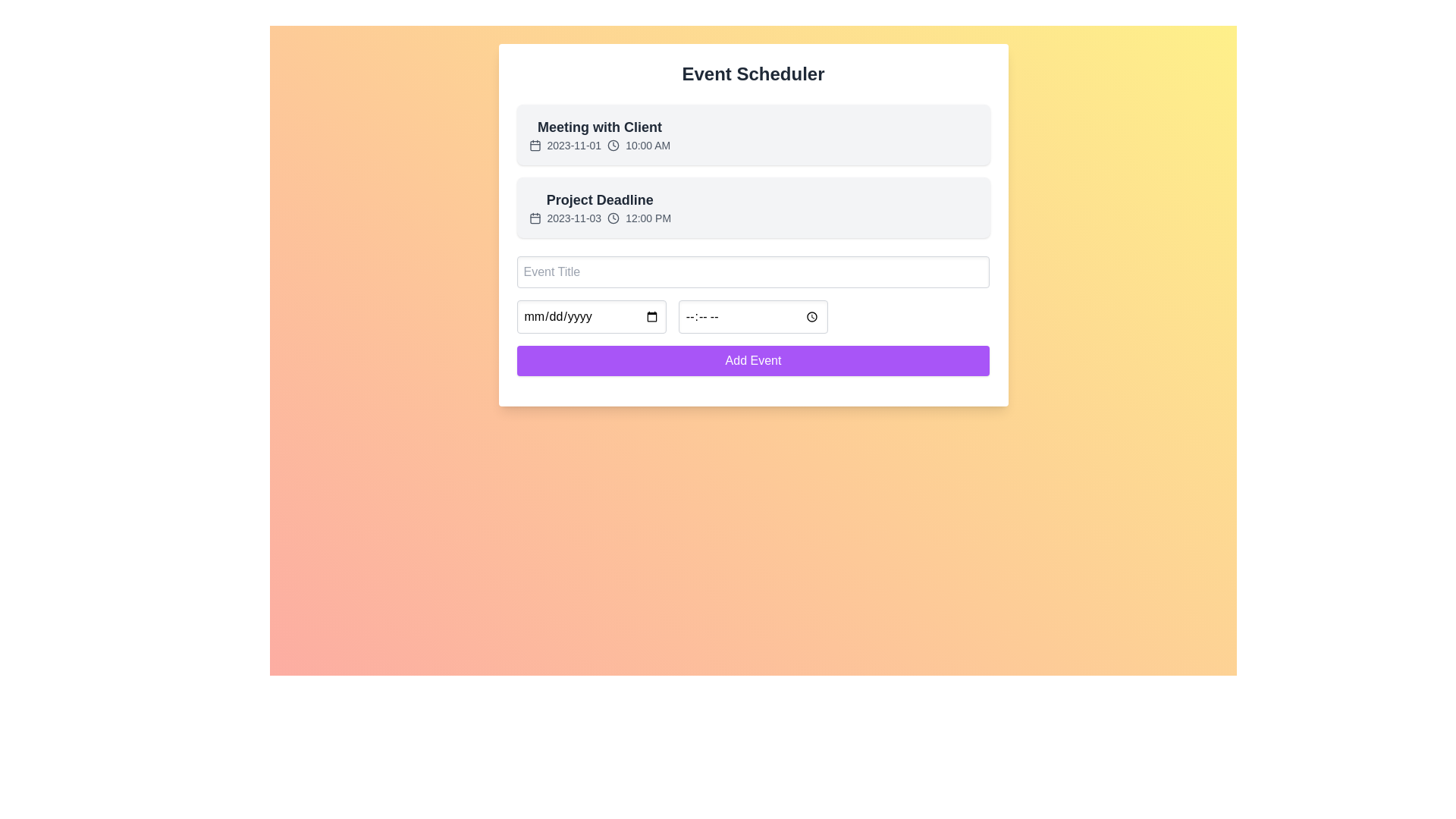 Image resolution: width=1456 pixels, height=819 pixels. What do you see at coordinates (753, 74) in the screenshot?
I see `the 'Event Scheduler' text label which is styled prominently in bold and larger font at the top of the card component` at bounding box center [753, 74].